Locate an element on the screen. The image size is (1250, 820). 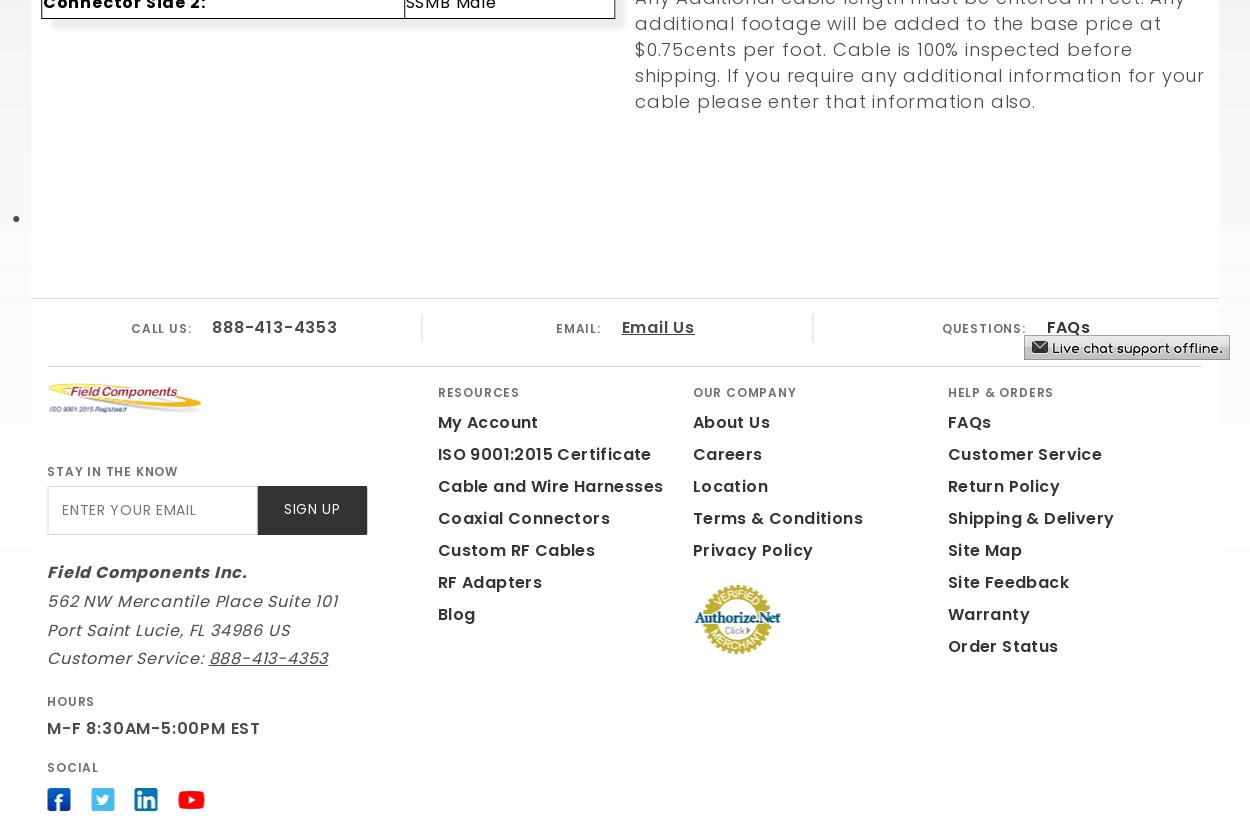
'Stay In The Know' is located at coordinates (111, 471).